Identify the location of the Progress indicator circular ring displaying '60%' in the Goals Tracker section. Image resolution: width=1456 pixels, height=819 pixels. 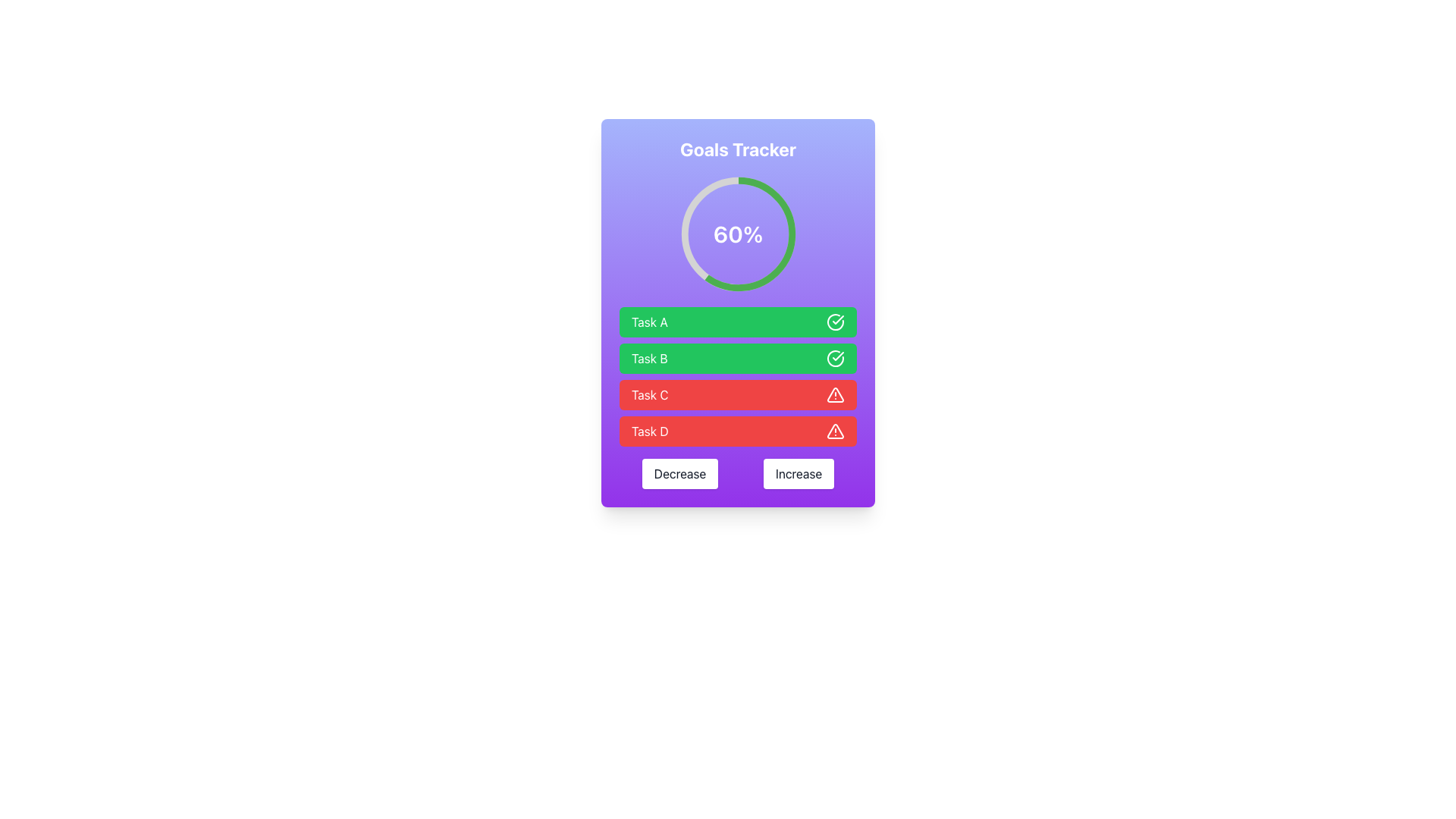
(738, 234).